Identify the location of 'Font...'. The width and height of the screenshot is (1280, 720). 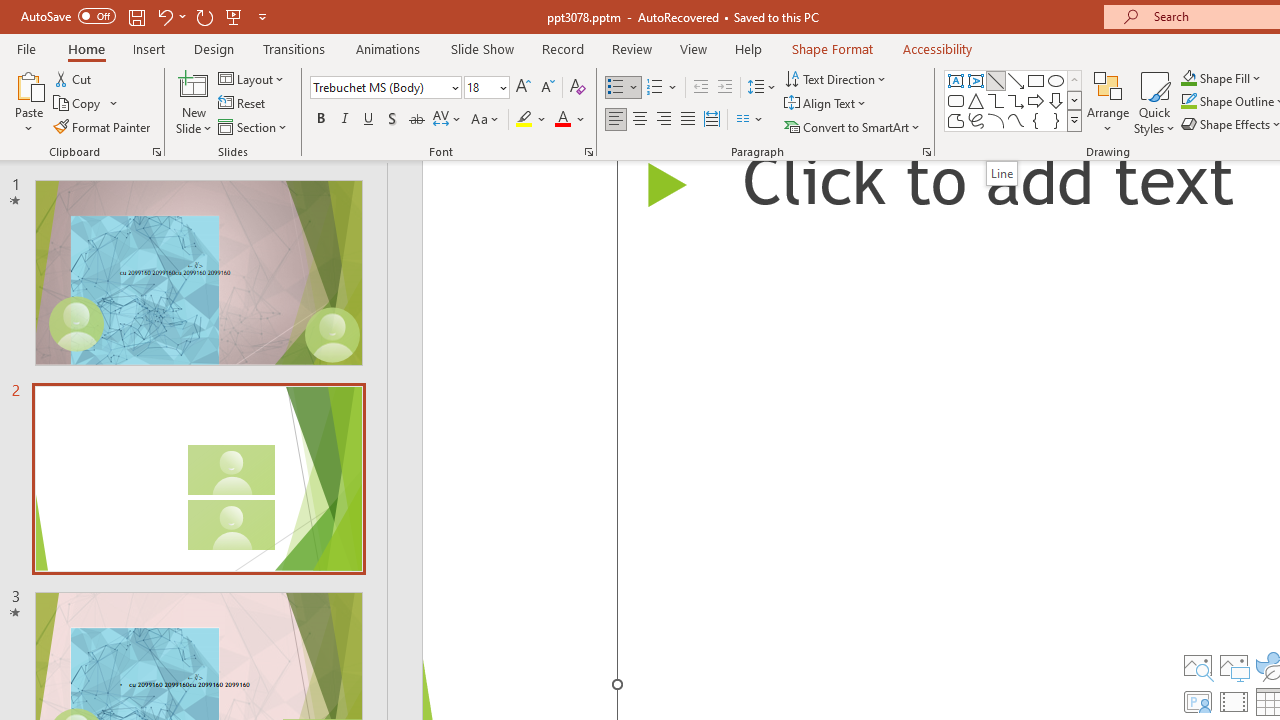
(587, 150).